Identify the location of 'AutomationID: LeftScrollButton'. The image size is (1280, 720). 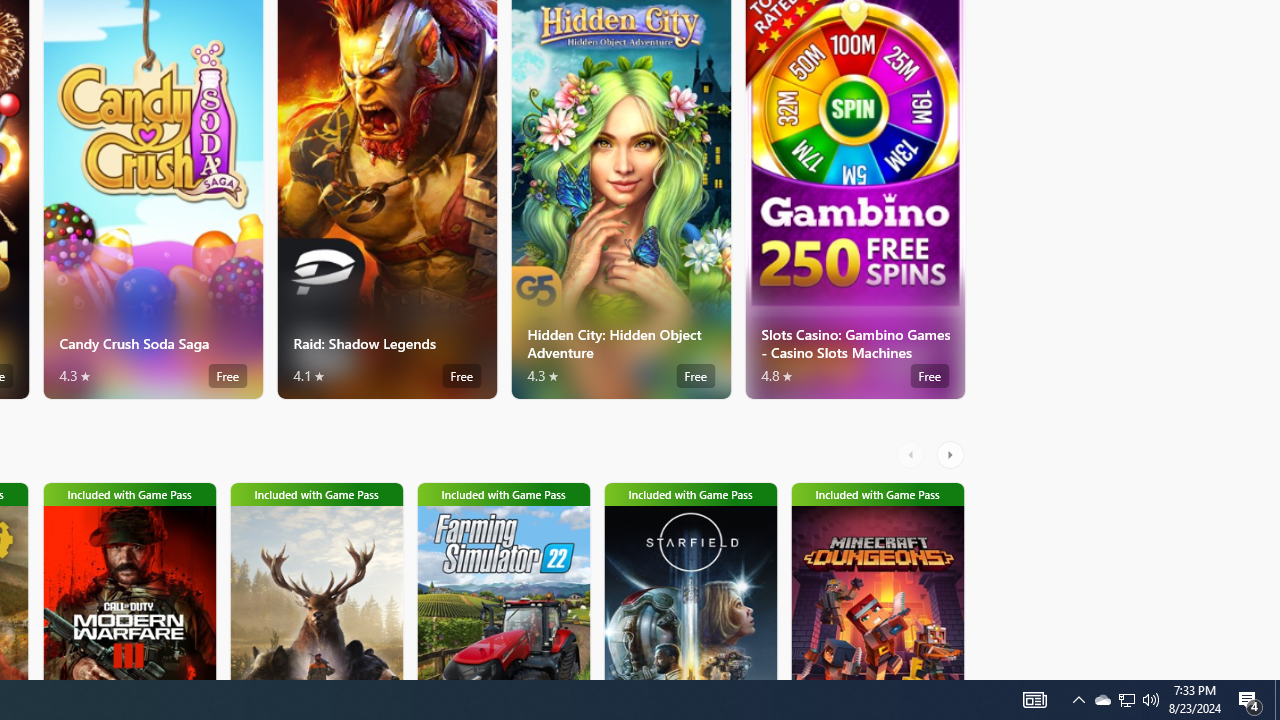
(912, 455).